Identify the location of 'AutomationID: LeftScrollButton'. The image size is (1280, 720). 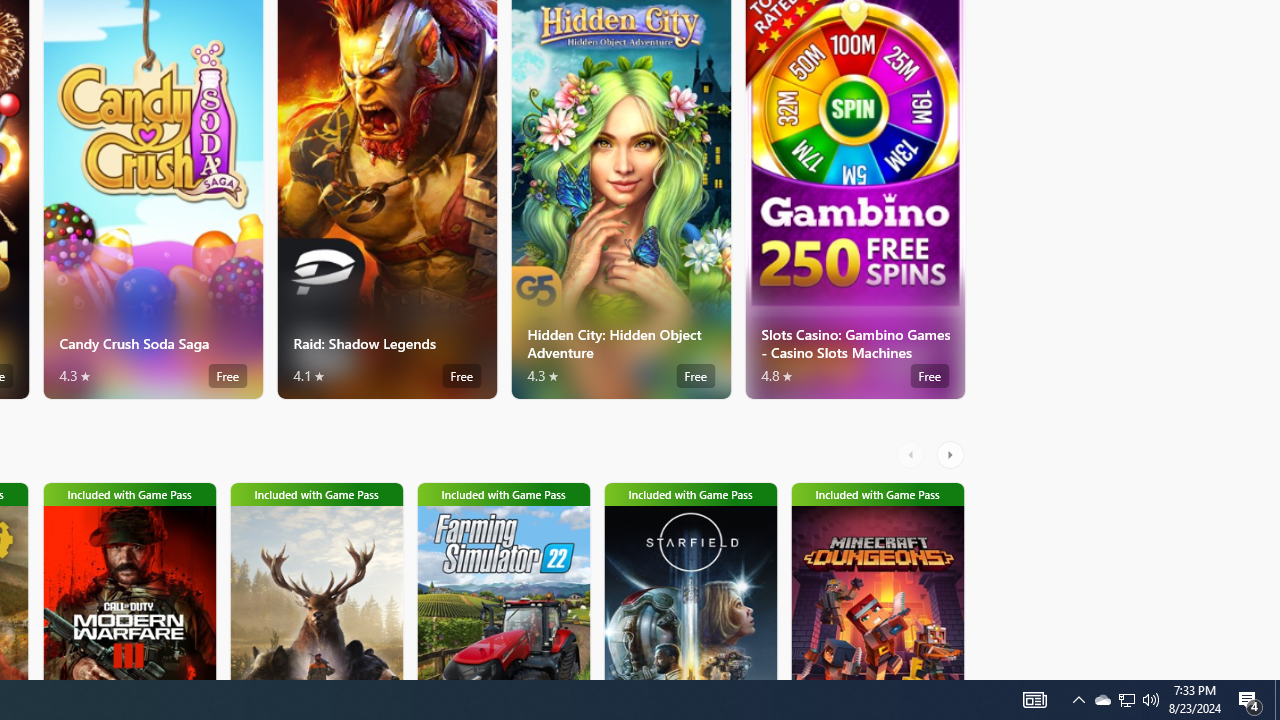
(912, 455).